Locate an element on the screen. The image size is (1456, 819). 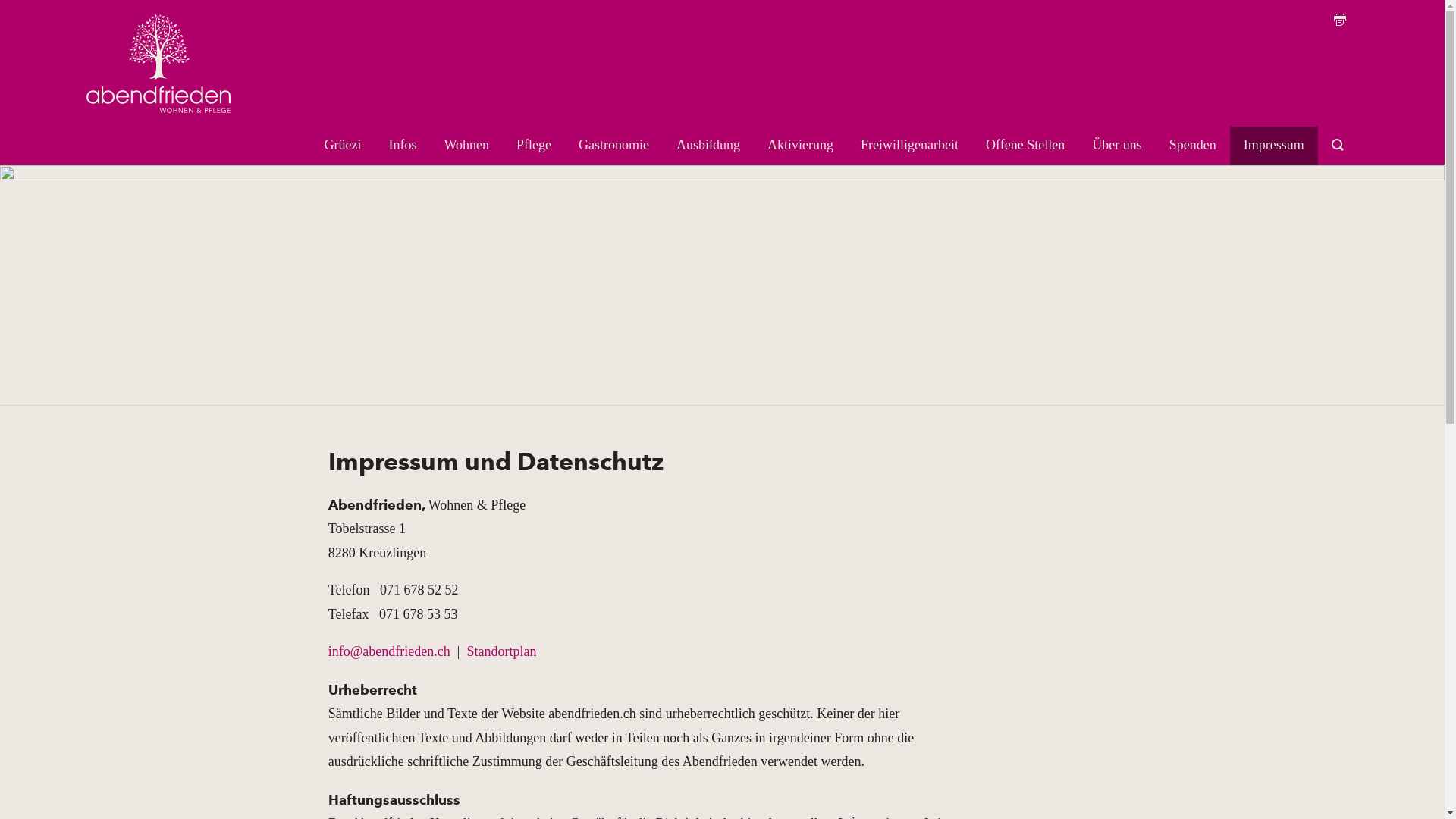
'Ausbildung' is located at coordinates (708, 146).